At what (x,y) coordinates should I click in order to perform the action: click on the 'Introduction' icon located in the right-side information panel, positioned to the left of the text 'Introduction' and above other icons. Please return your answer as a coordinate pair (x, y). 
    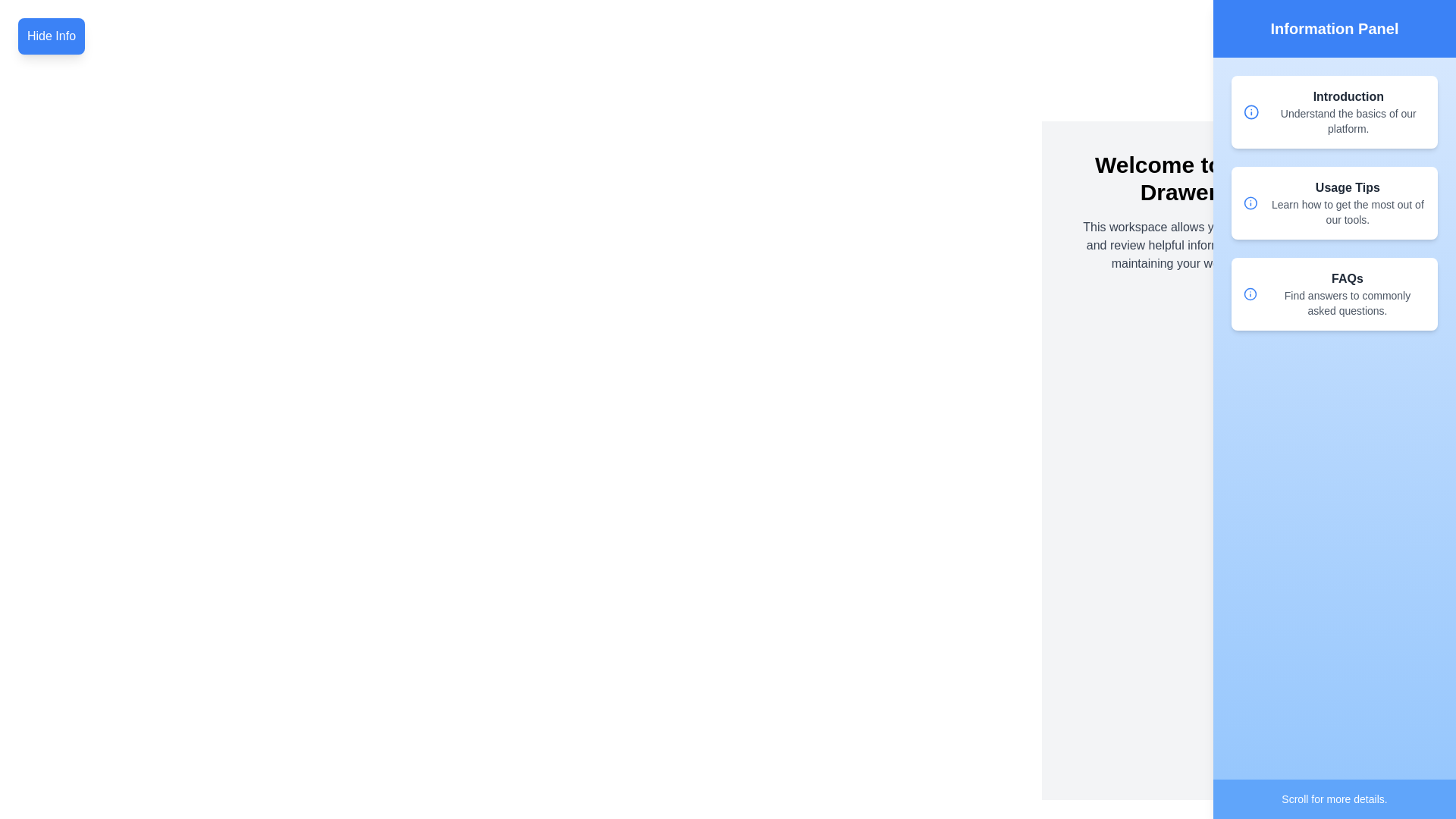
    Looking at the image, I should click on (1251, 111).